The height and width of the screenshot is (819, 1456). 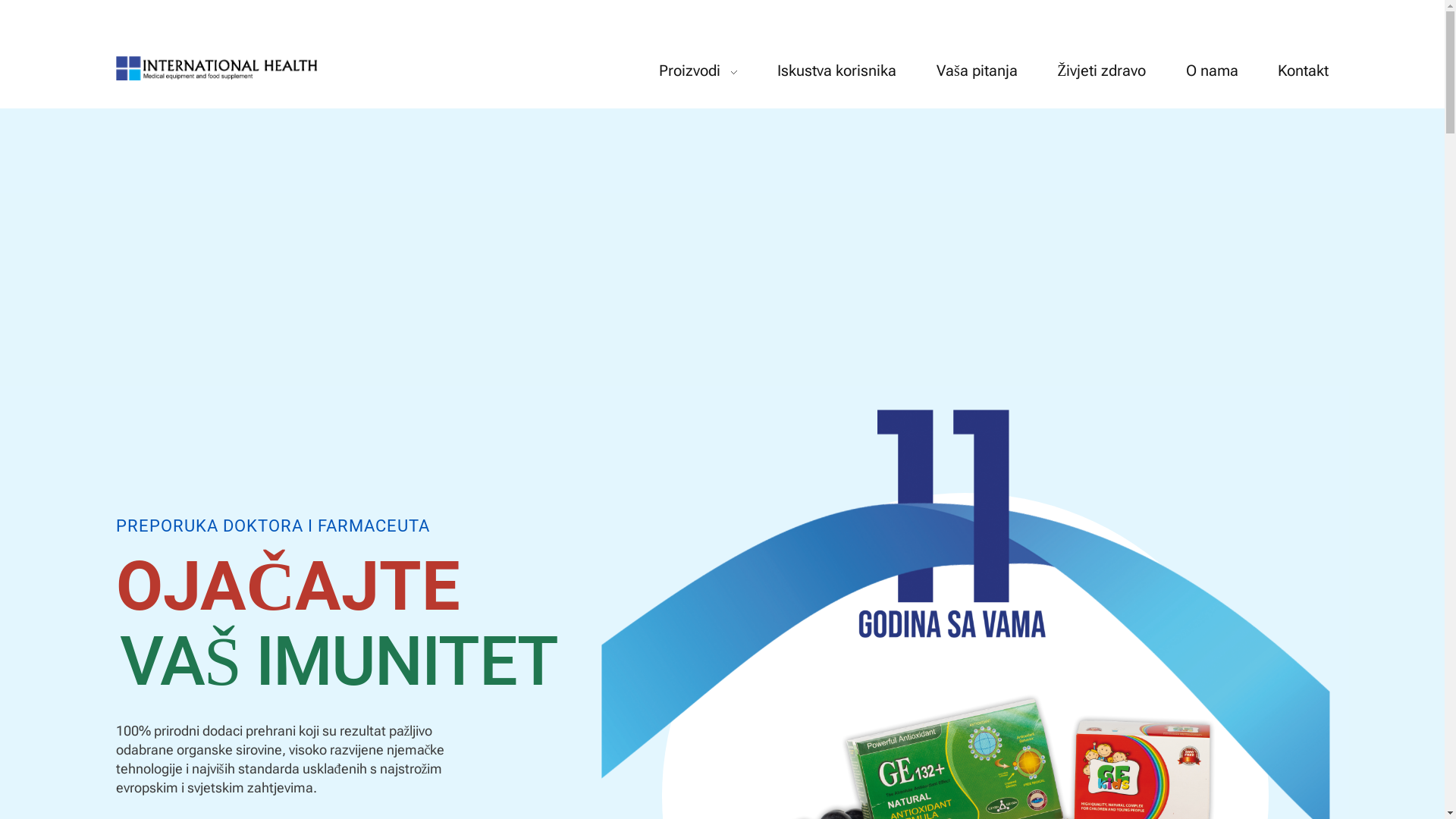 What do you see at coordinates (271, 90) in the screenshot?
I see `'GE132 | International Health BiH'` at bounding box center [271, 90].